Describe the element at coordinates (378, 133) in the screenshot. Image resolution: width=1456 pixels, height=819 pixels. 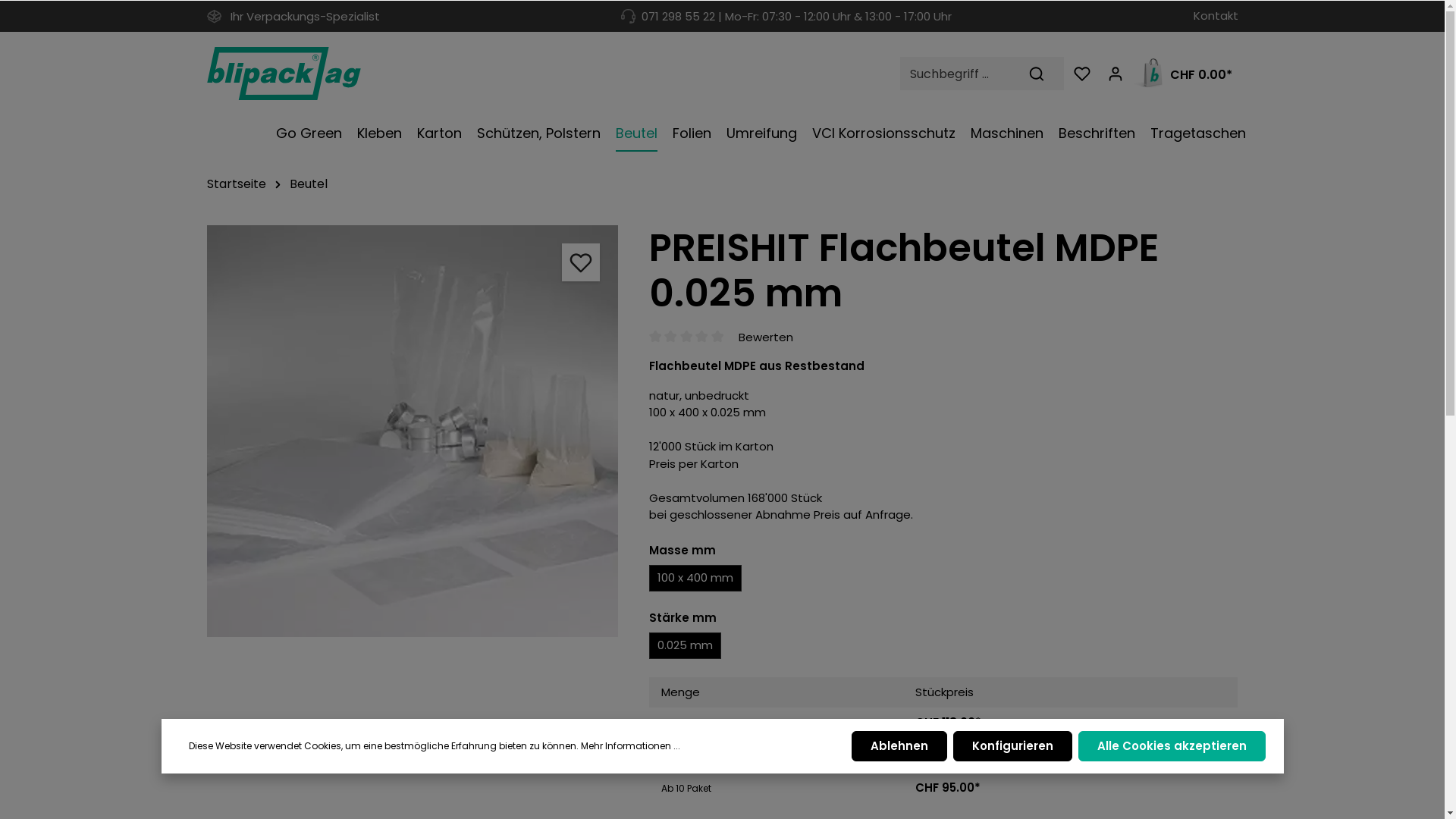
I see `'Kleben'` at that location.